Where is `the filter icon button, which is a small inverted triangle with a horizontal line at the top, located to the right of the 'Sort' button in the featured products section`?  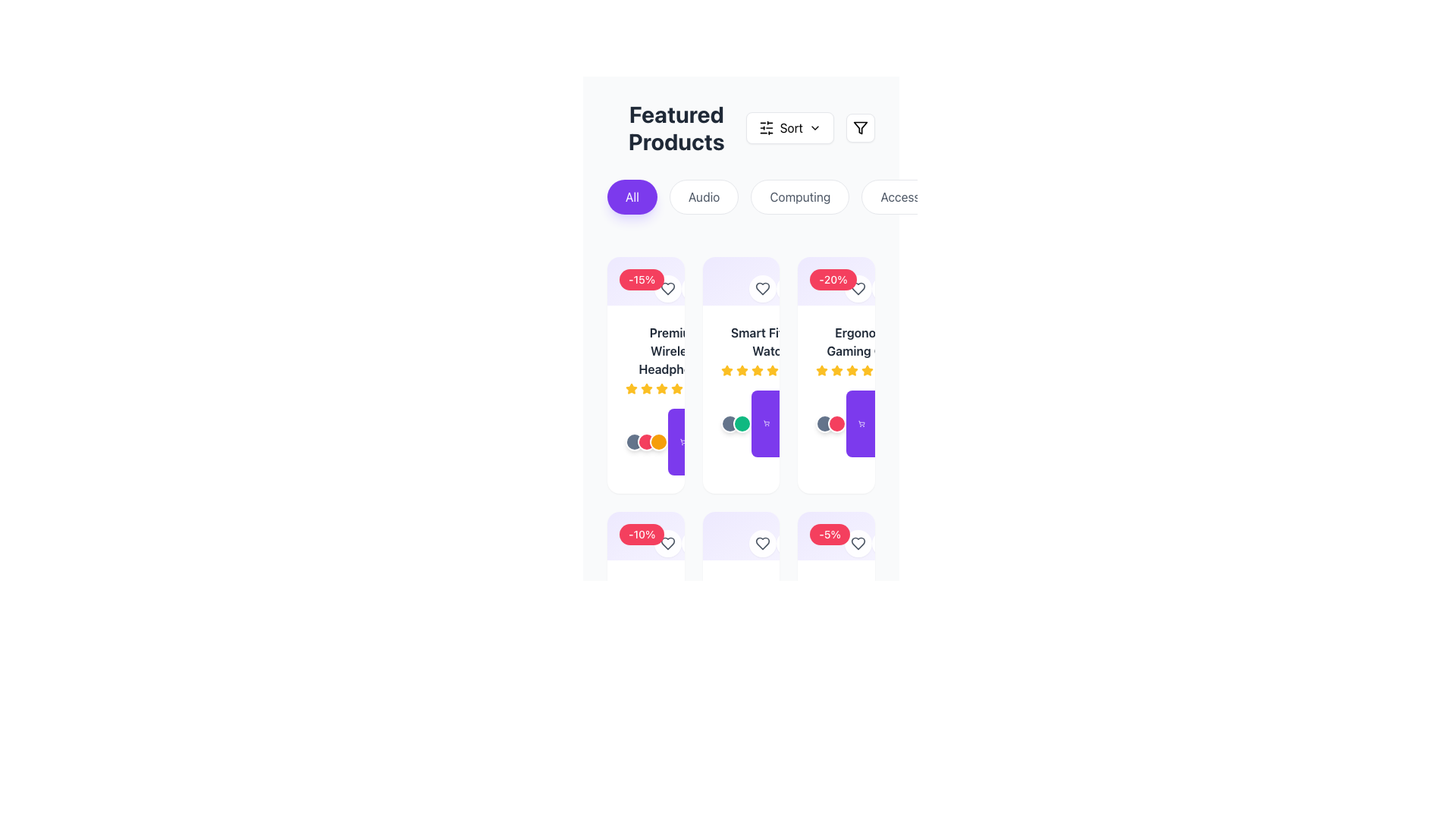 the filter icon button, which is a small inverted triangle with a horizontal line at the top, located to the right of the 'Sort' button in the featured products section is located at coordinates (860, 127).